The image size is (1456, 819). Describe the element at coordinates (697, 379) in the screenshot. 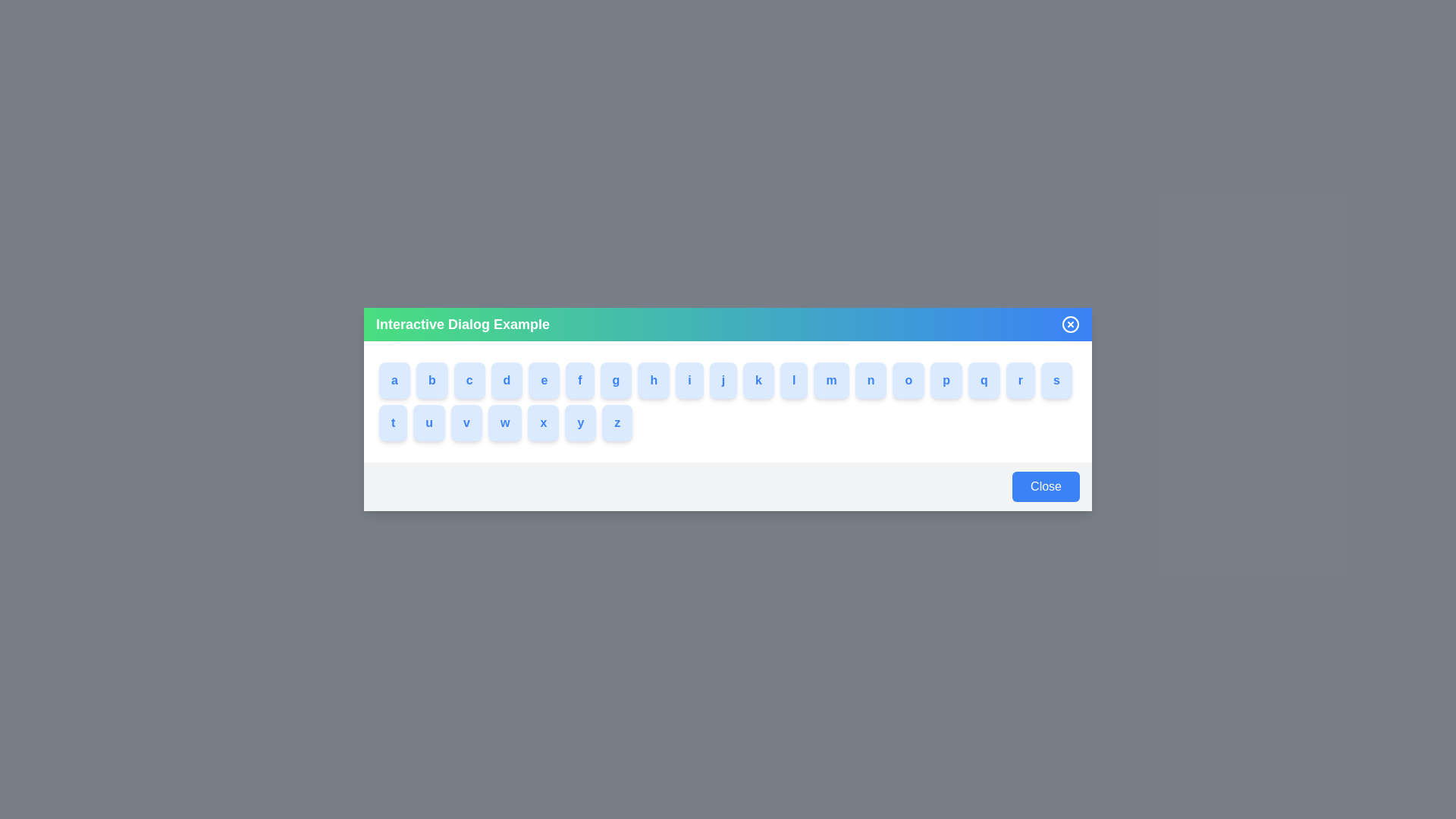

I see `the button labeled with i` at that location.